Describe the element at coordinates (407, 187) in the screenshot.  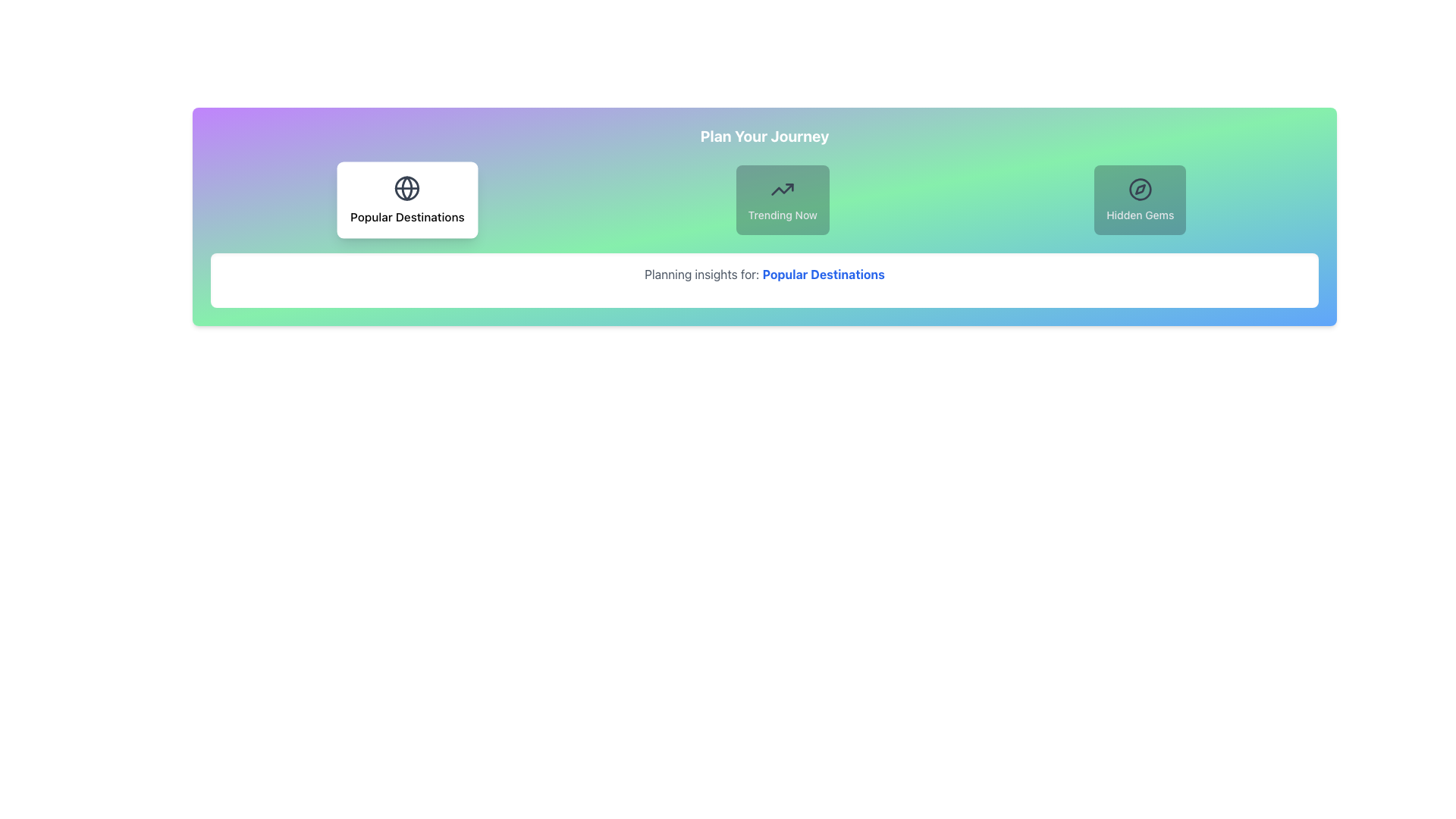
I see `the graphical icon component representing a globe icon located under the 'Popular Destinations' label in the left section of the gradient header area` at that location.